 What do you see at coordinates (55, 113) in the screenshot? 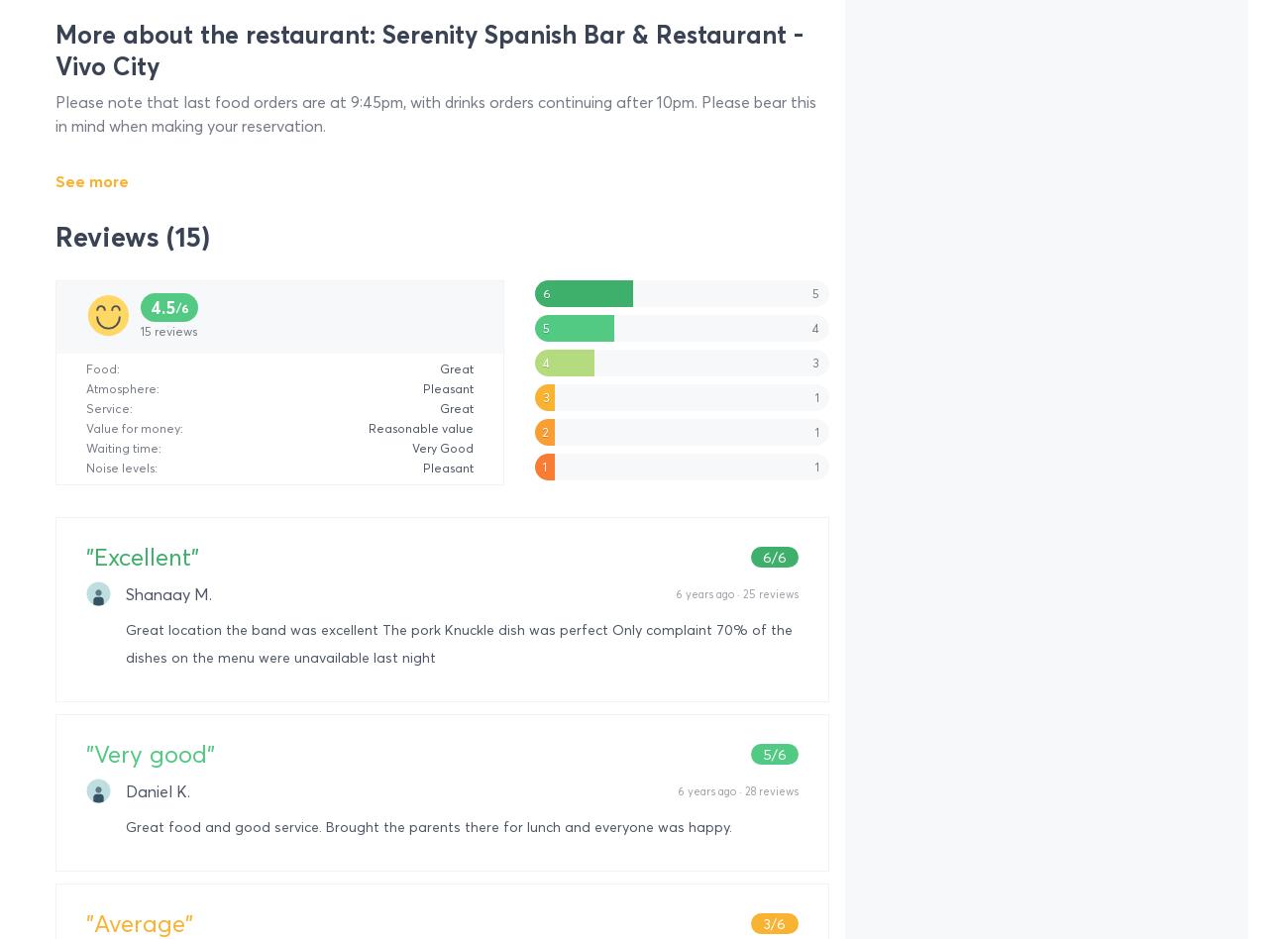
I see `'Please note that last food orders are at 9:45pm, with drinks orders continuing after 10pm. Please bear this in mind when making your reservation.'` at bounding box center [55, 113].